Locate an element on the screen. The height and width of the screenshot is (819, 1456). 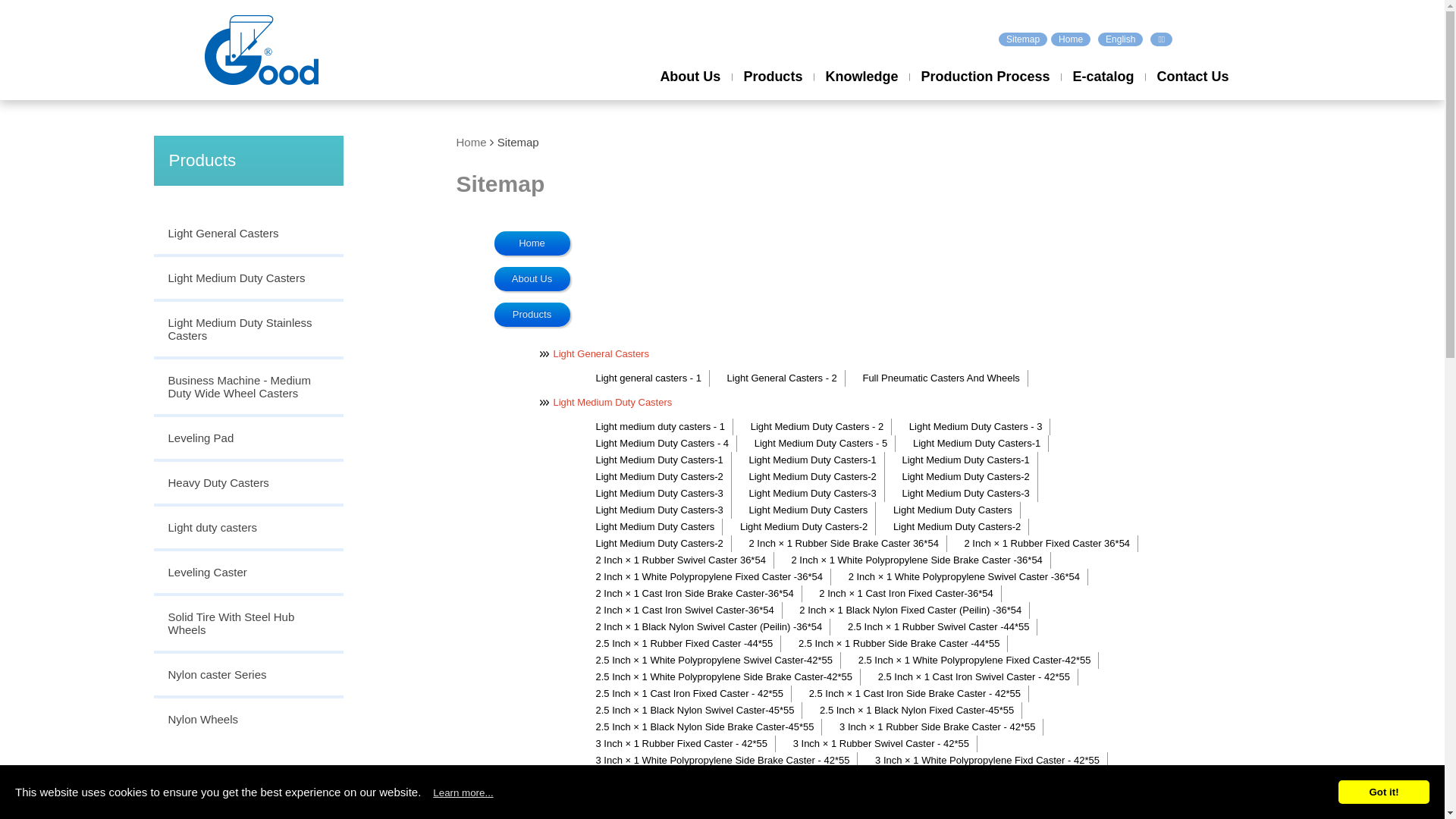
'Light Medium Duty Casters - 2' is located at coordinates (739, 427).